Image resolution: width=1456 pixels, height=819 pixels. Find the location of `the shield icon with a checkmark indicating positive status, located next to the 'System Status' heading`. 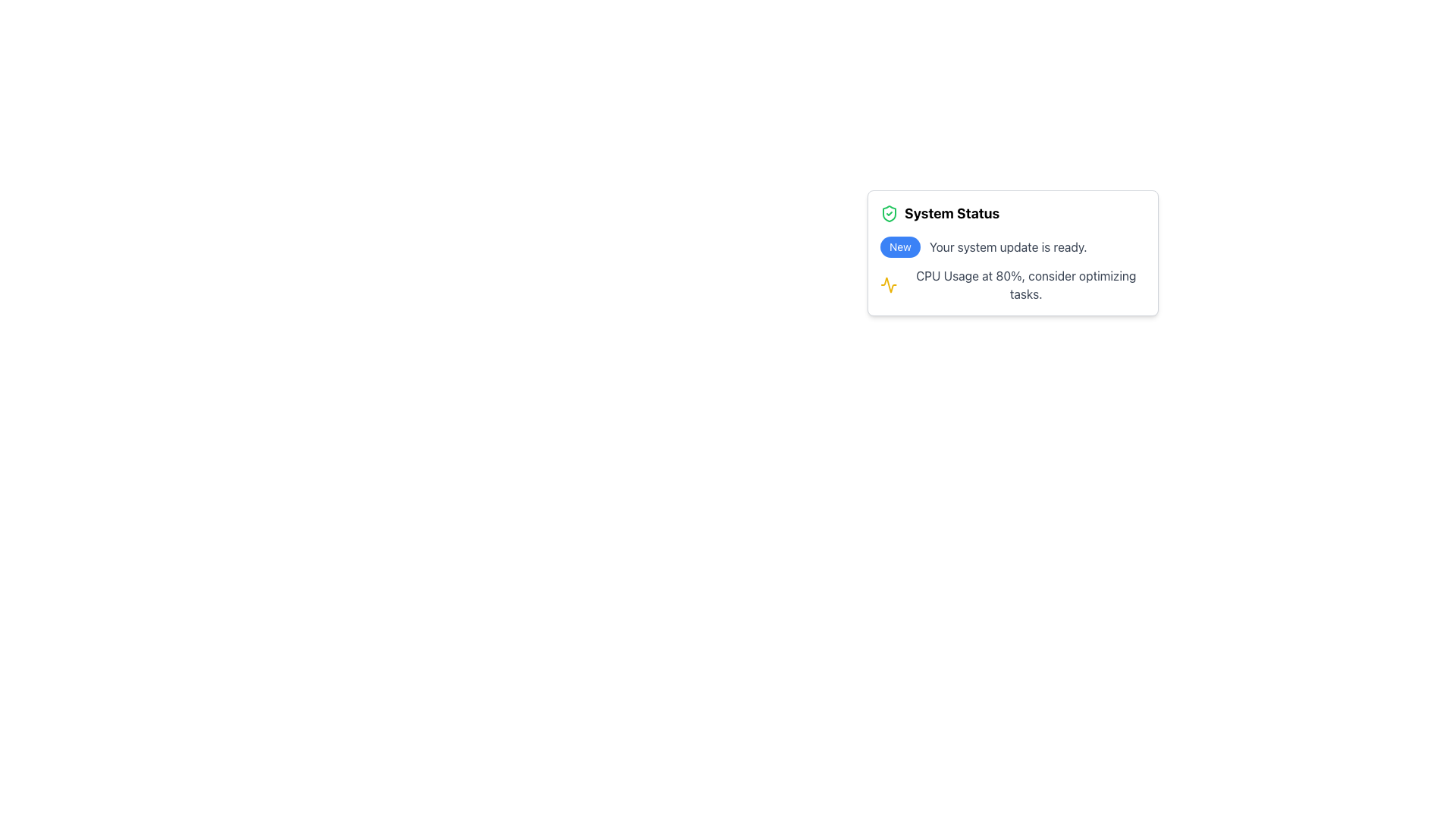

the shield icon with a checkmark indicating positive status, located next to the 'System Status' heading is located at coordinates (889, 213).